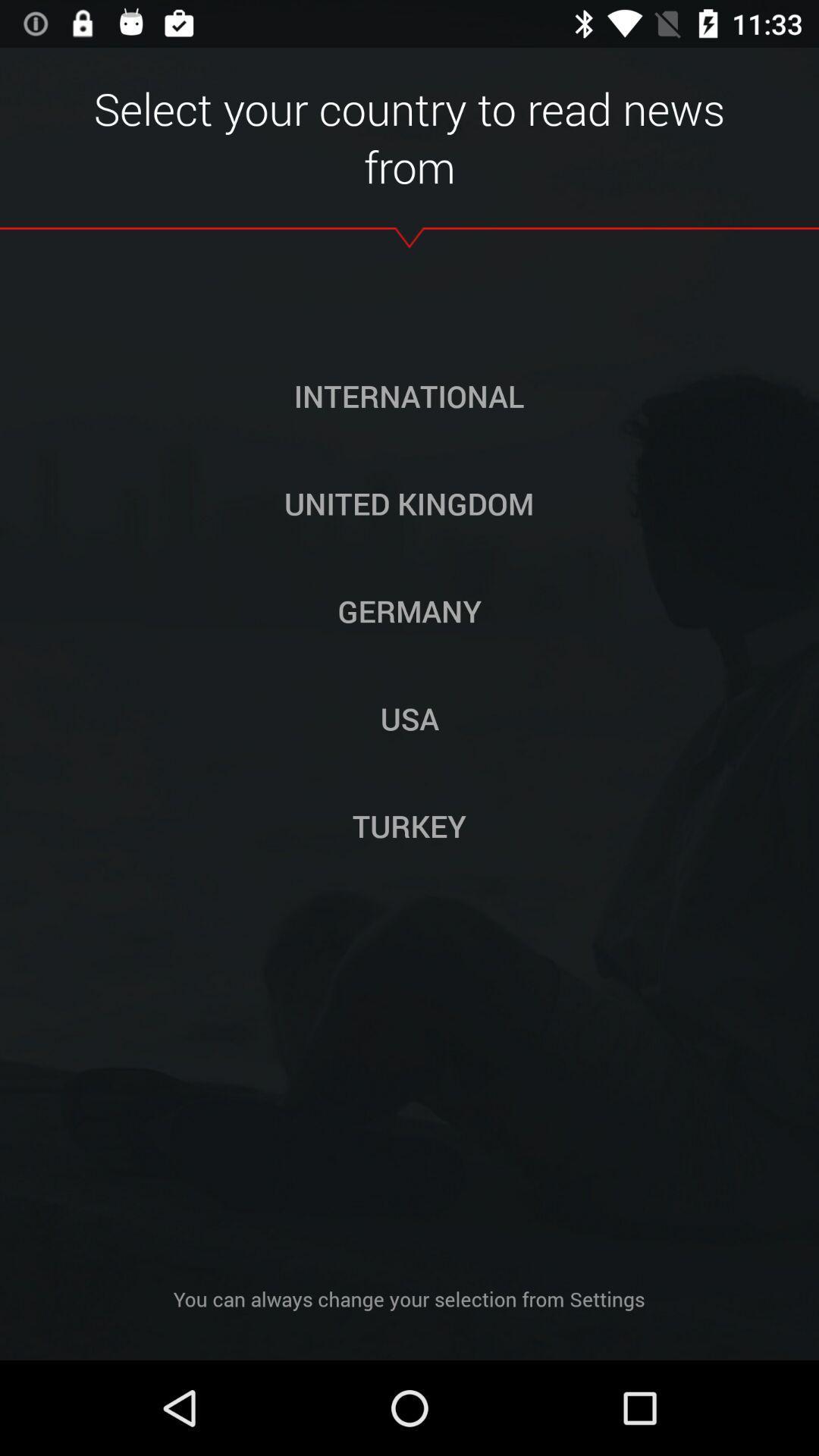  I want to click on germany button, so click(409, 610).